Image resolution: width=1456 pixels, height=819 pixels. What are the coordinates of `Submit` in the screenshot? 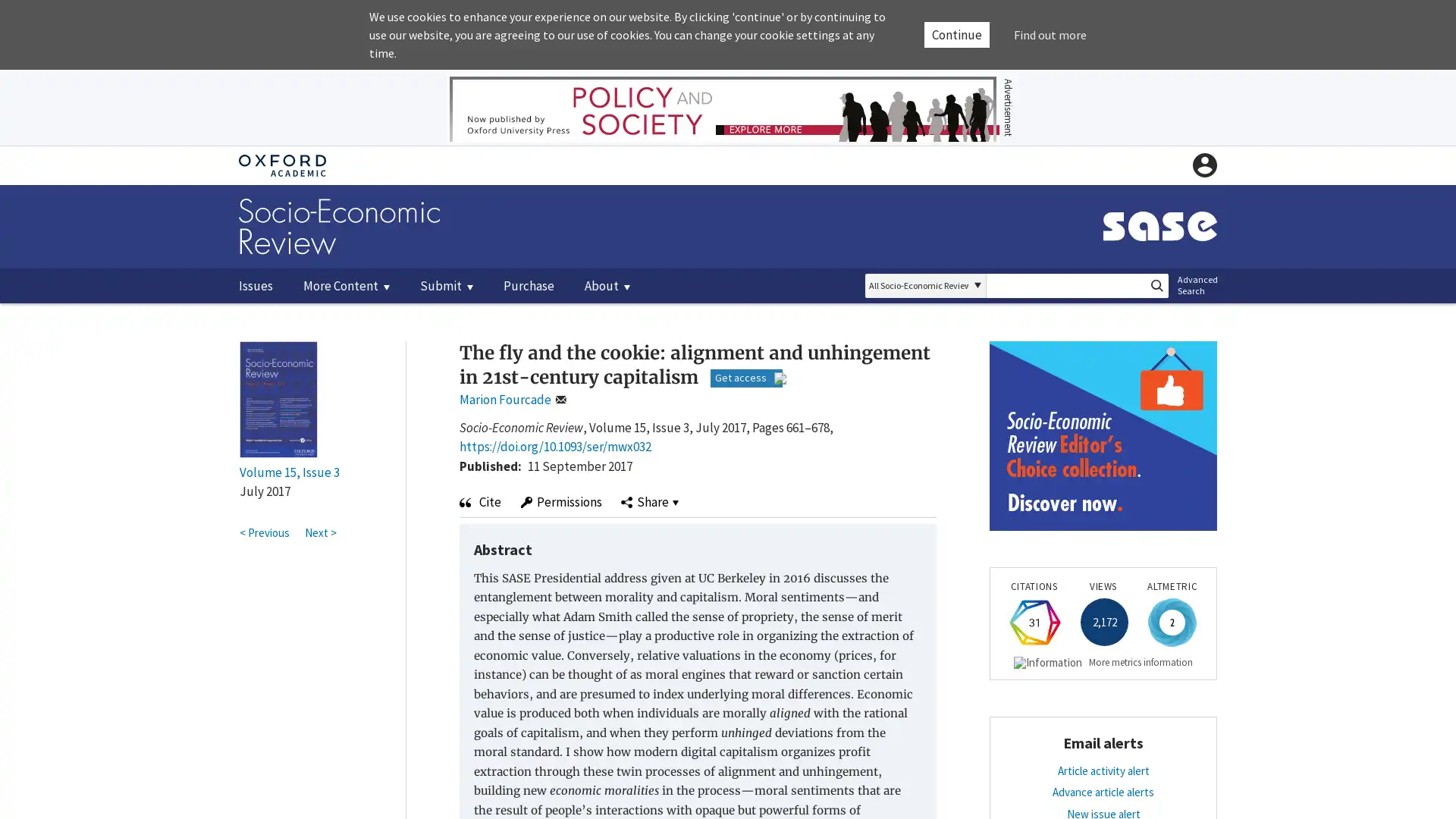 It's located at (446, 284).